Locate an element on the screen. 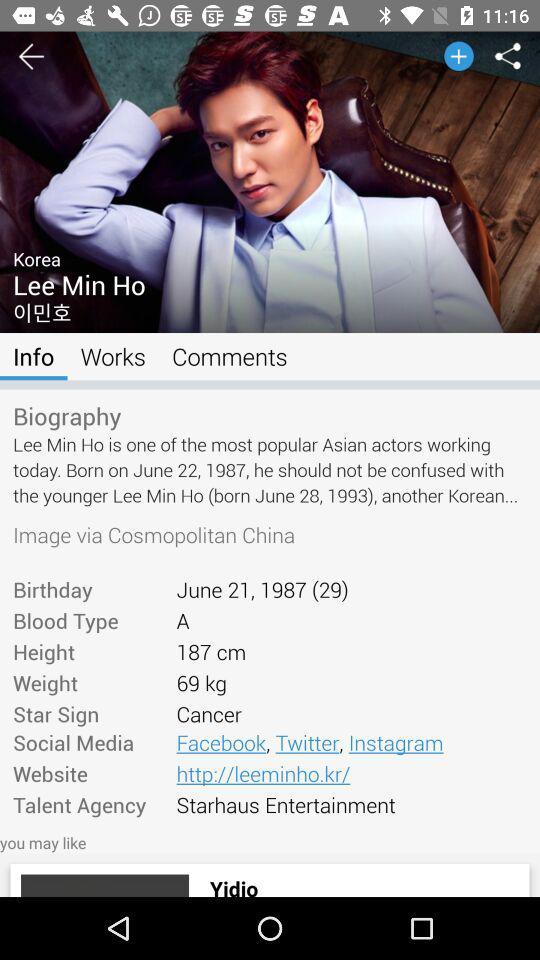 This screenshot has height=960, width=540. the arrow_backward icon is located at coordinates (30, 55).